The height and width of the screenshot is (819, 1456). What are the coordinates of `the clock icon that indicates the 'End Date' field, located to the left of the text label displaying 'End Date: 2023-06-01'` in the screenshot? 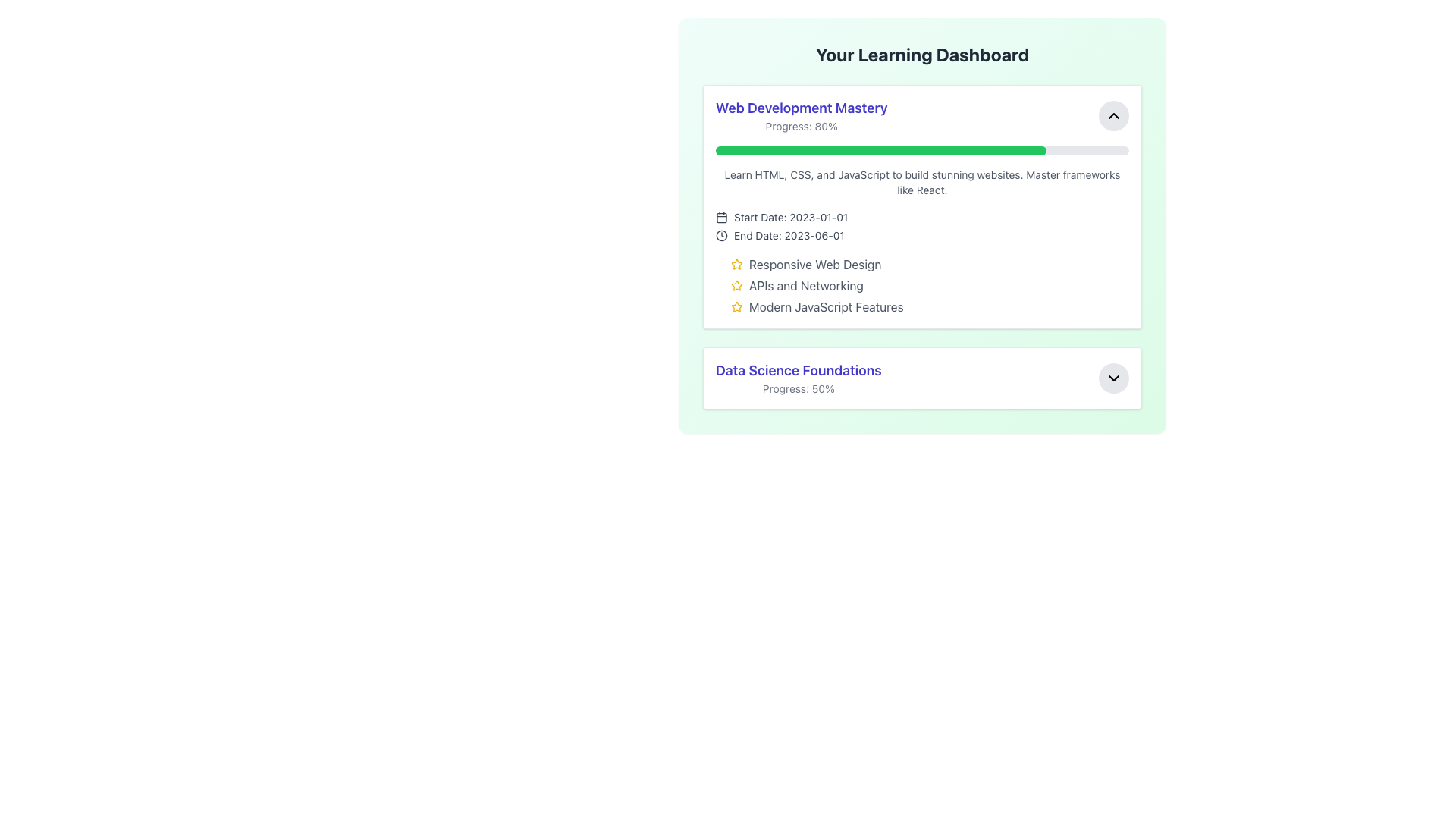 It's located at (720, 236).